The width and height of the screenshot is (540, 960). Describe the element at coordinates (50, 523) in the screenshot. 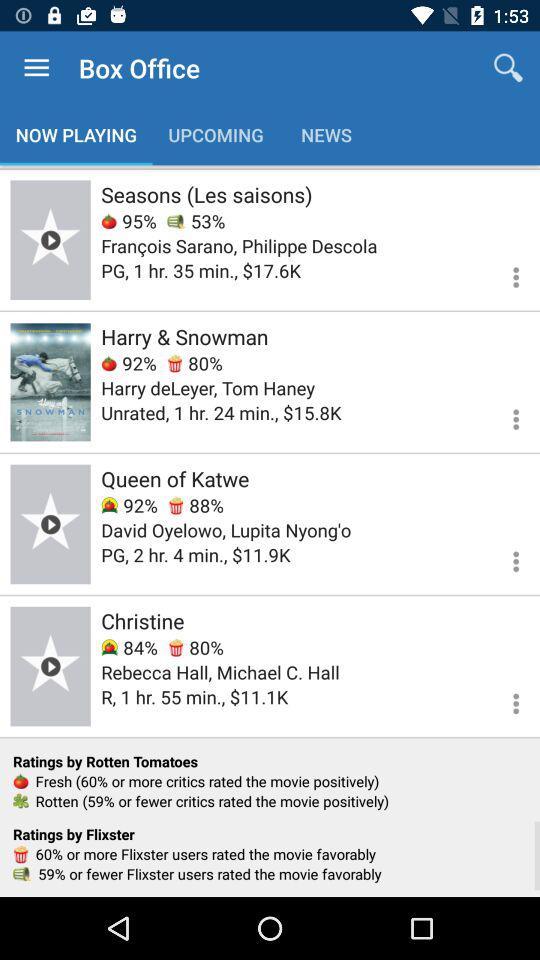

I see `check the page` at that location.